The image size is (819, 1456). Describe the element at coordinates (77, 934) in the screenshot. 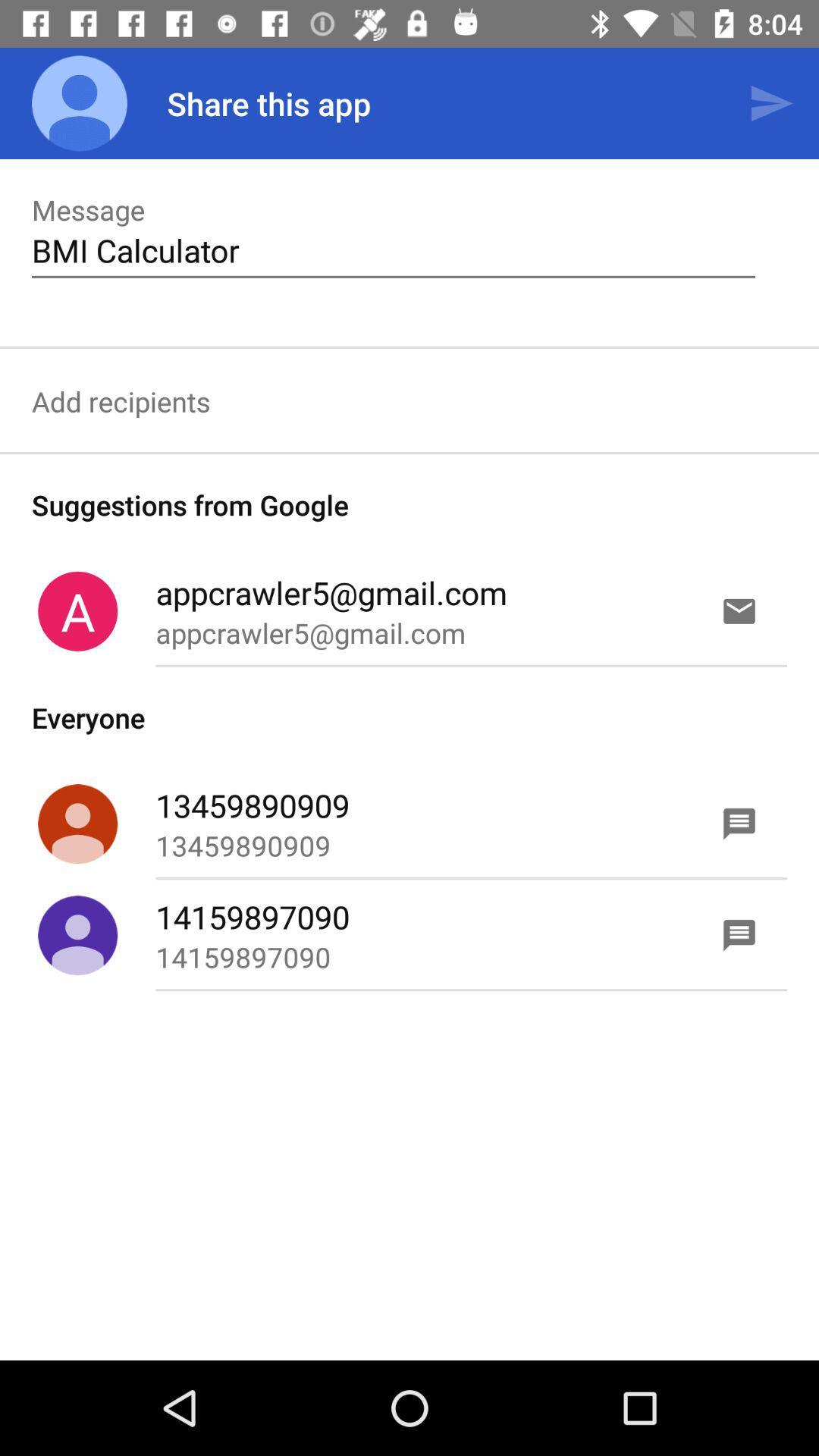

I see `the last profile photo` at that location.